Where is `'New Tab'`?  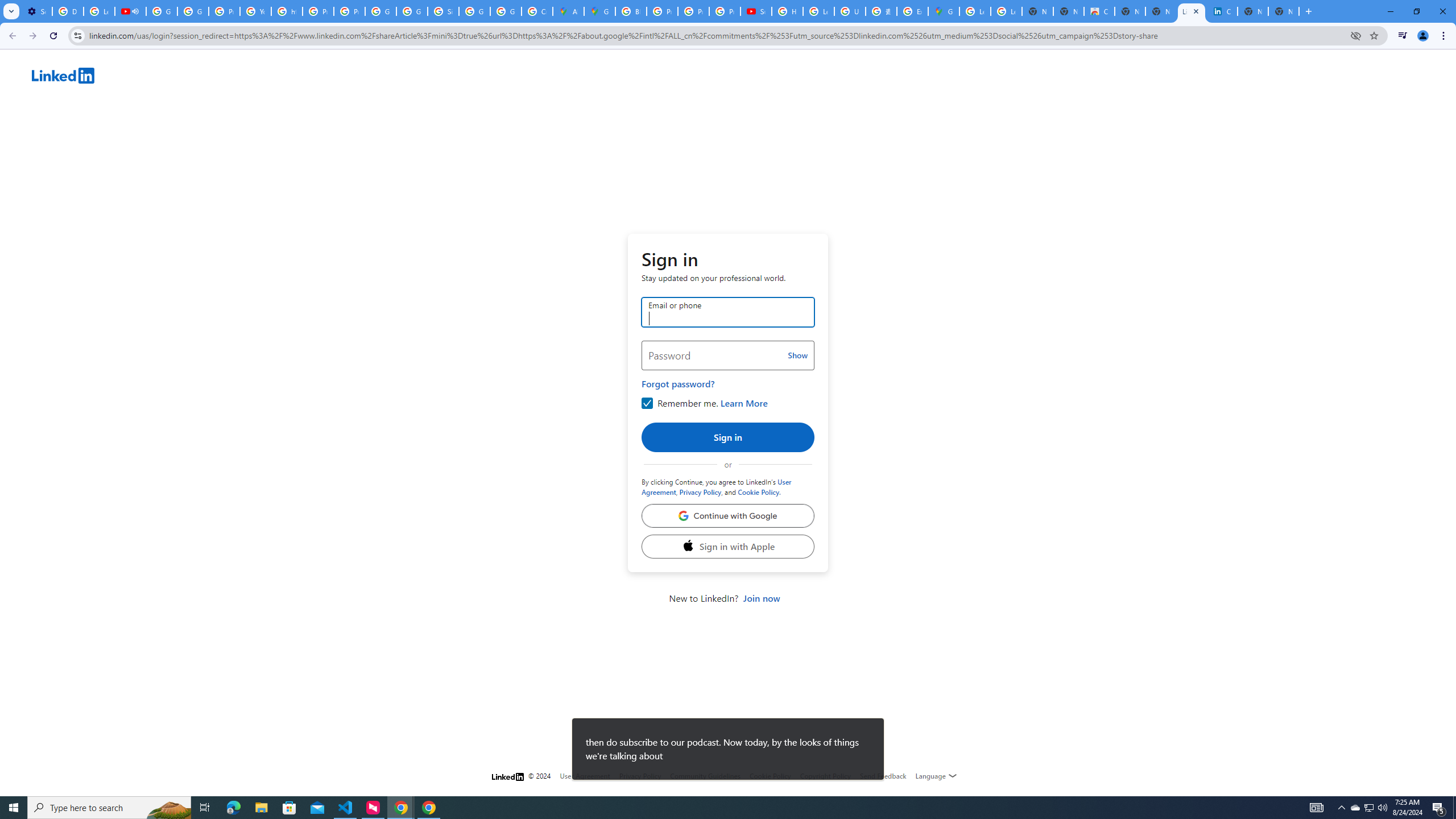
'New Tab' is located at coordinates (1284, 11).